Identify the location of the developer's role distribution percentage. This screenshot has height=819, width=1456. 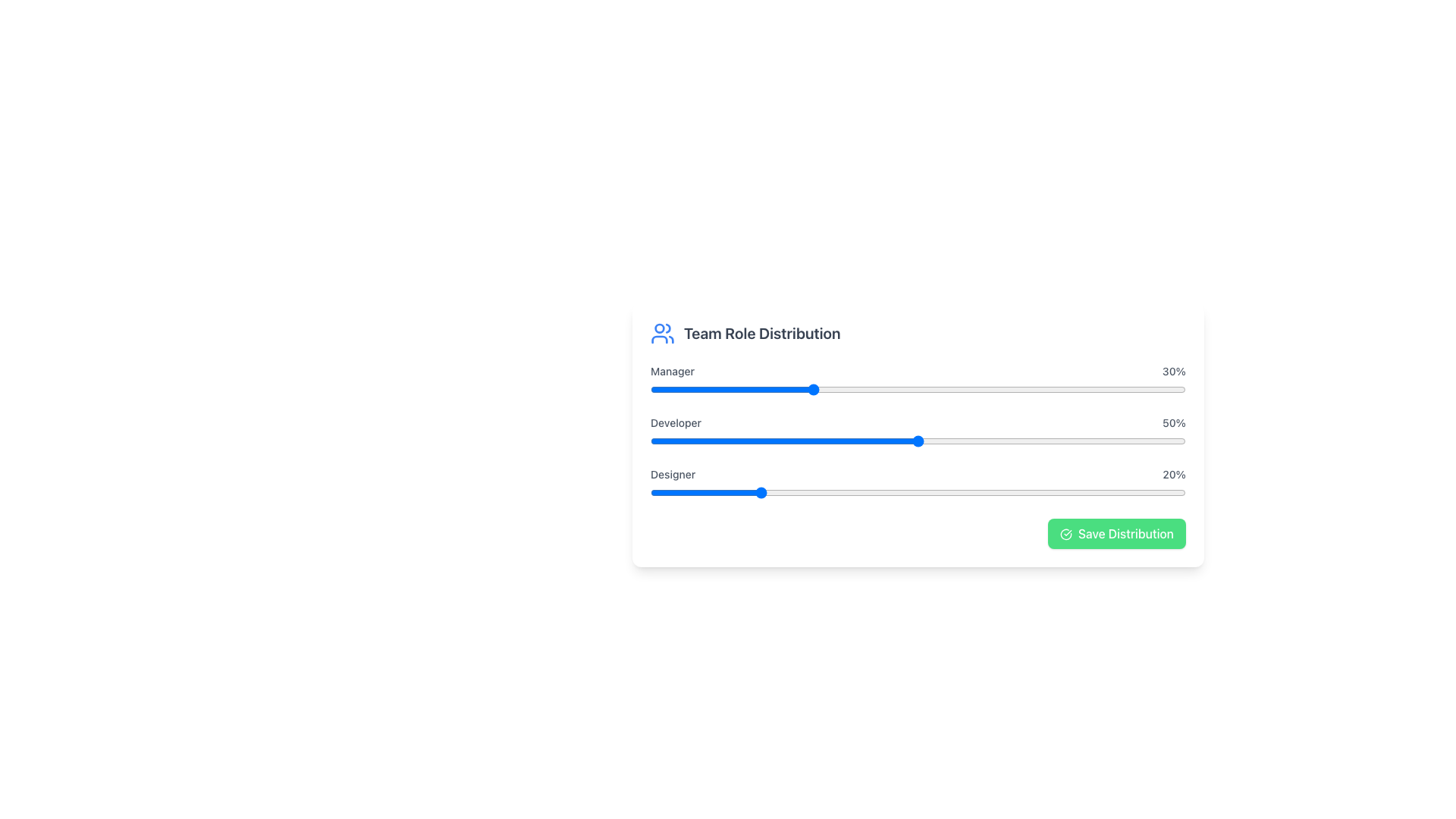
(891, 441).